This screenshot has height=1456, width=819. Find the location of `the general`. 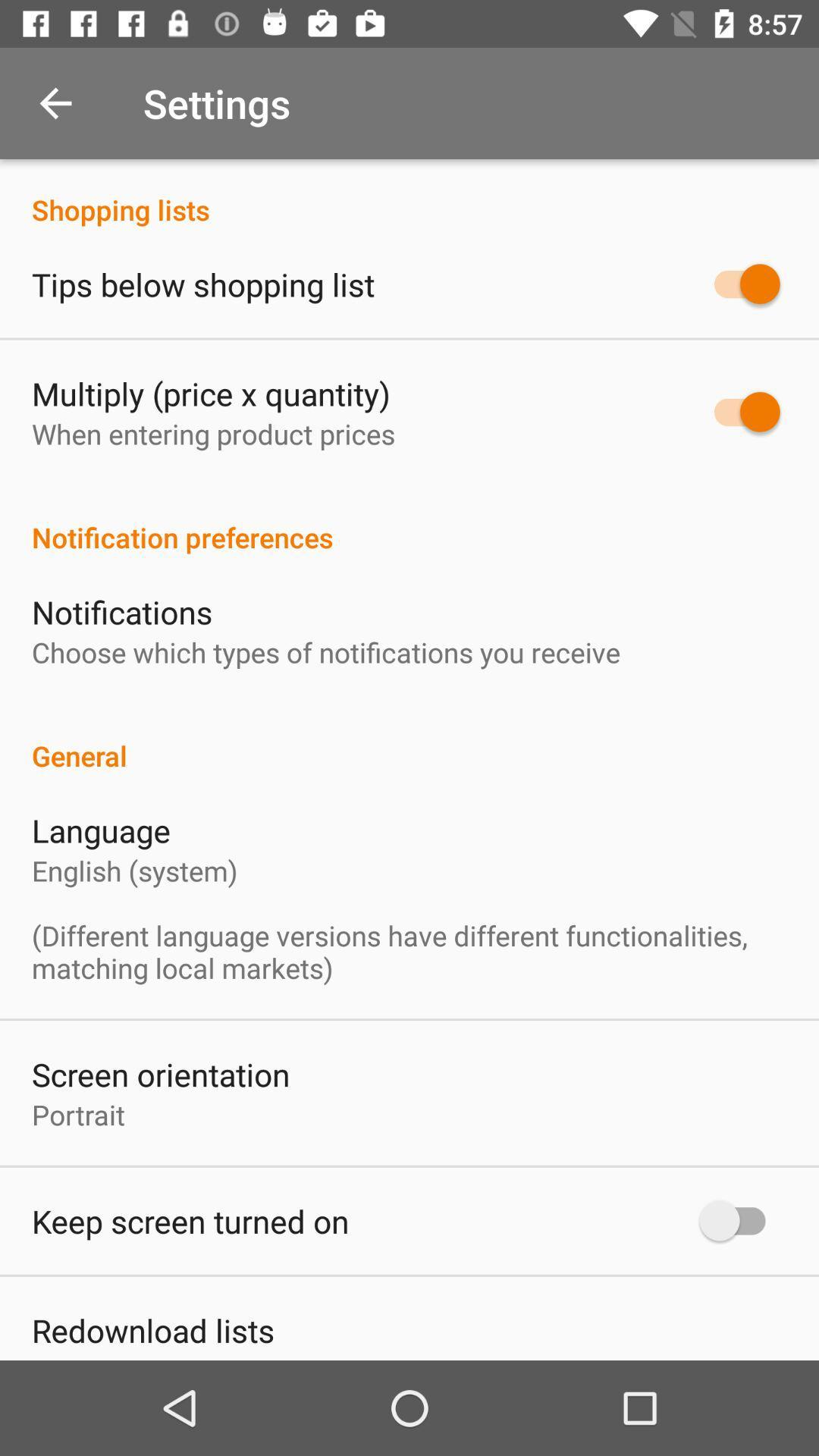

the general is located at coordinates (409, 739).